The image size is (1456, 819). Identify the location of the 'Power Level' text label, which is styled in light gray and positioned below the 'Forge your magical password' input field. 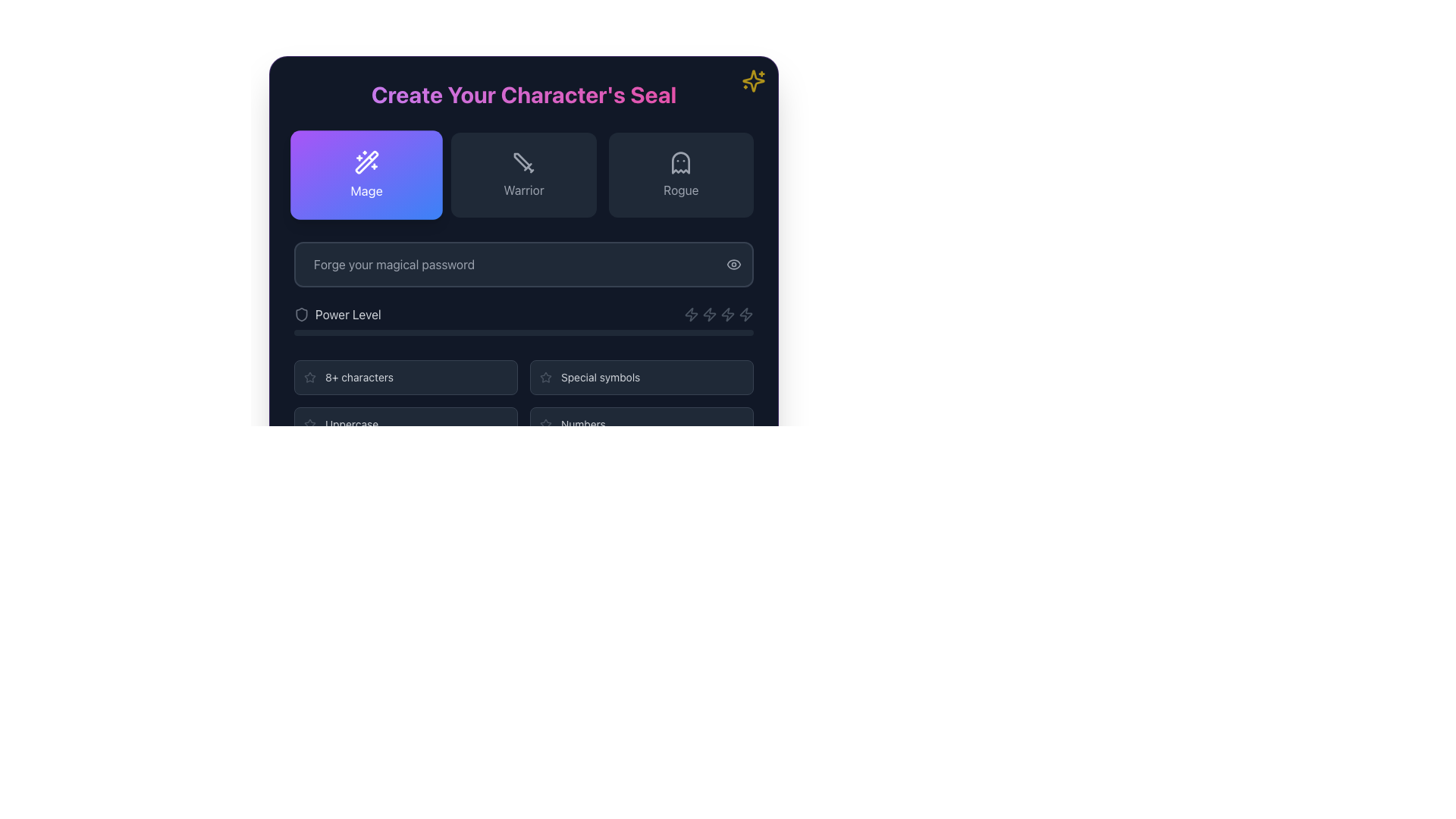
(347, 314).